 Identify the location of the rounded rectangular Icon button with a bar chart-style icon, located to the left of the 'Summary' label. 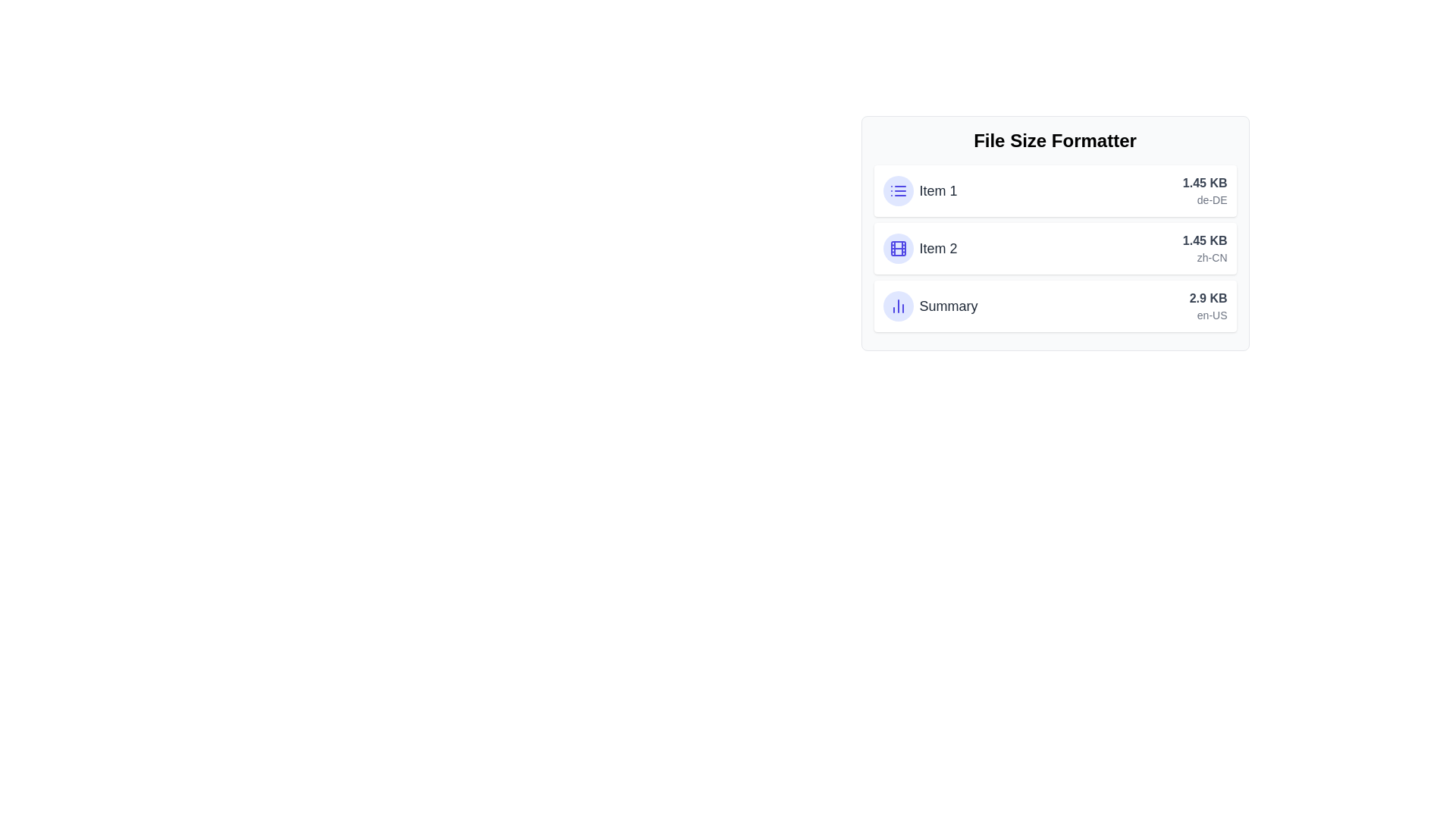
(898, 306).